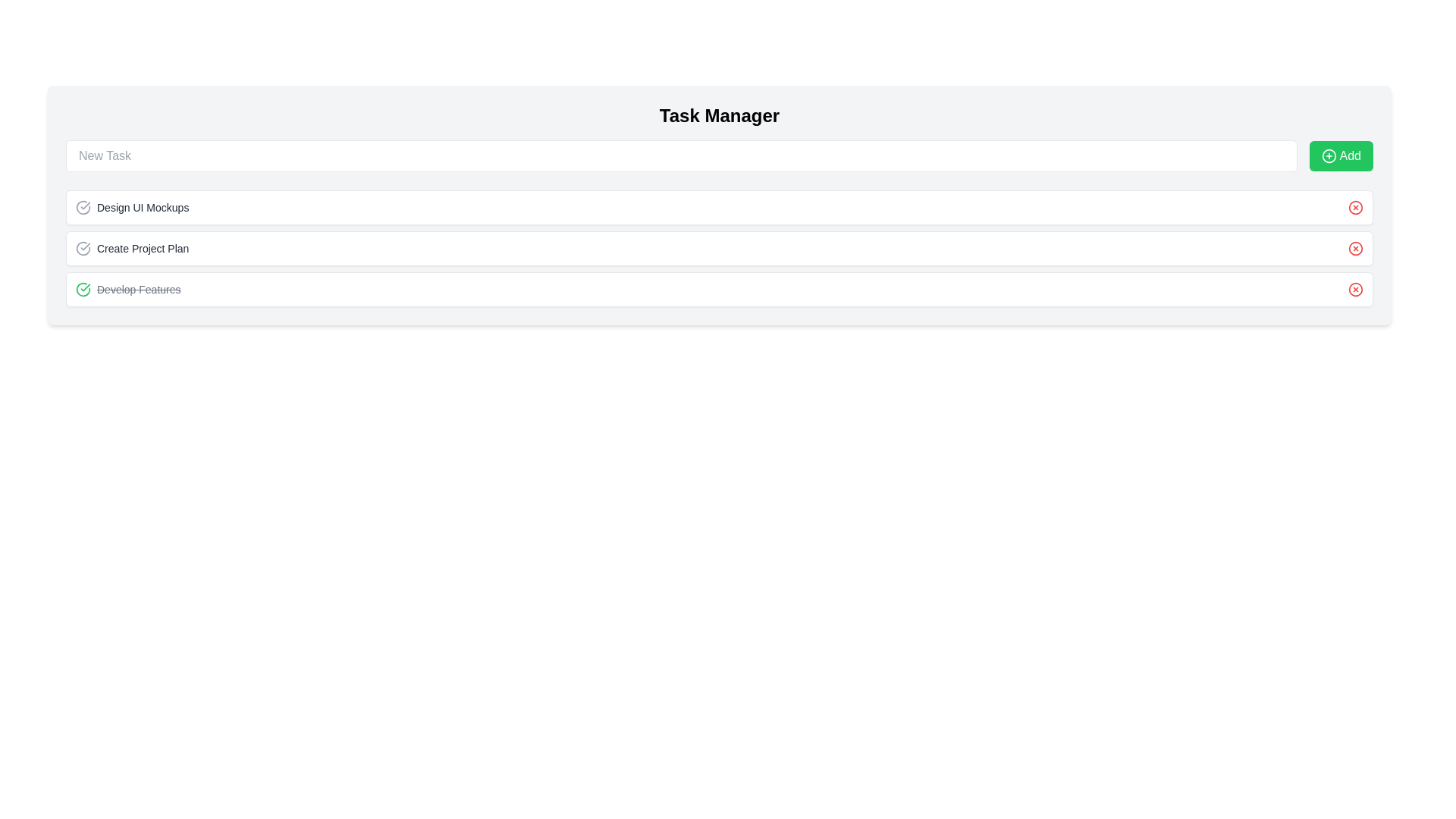 The width and height of the screenshot is (1456, 819). Describe the element at coordinates (132, 207) in the screenshot. I see `the 'Design UI Mockups' text label with icon` at that location.